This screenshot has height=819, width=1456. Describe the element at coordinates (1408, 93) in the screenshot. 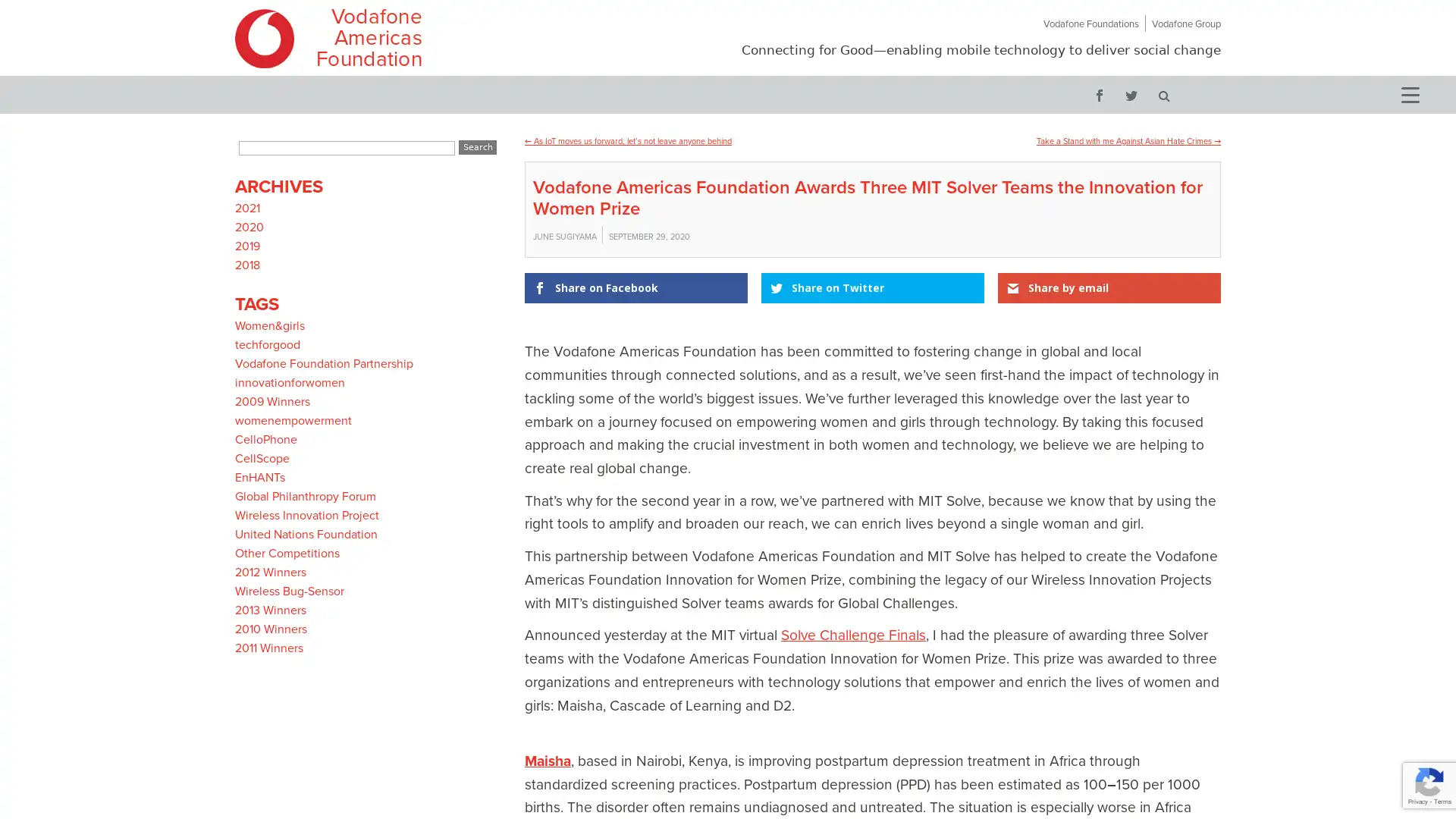

I see `Menu Trigger` at that location.